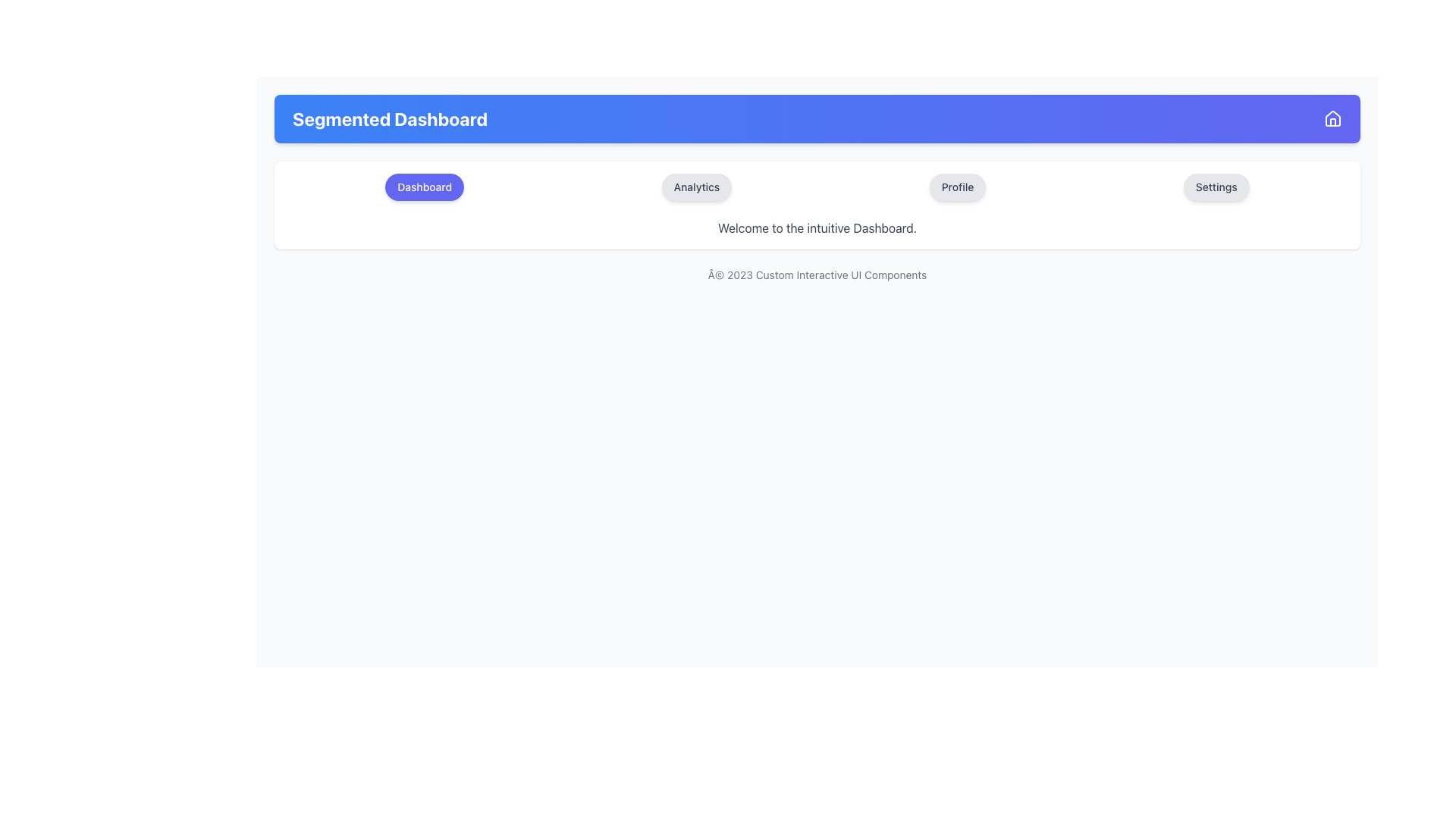 The width and height of the screenshot is (1456, 819). I want to click on the 'Analytics' navigation button, which is the second button in a horizontal row of four buttons, so click(695, 186).